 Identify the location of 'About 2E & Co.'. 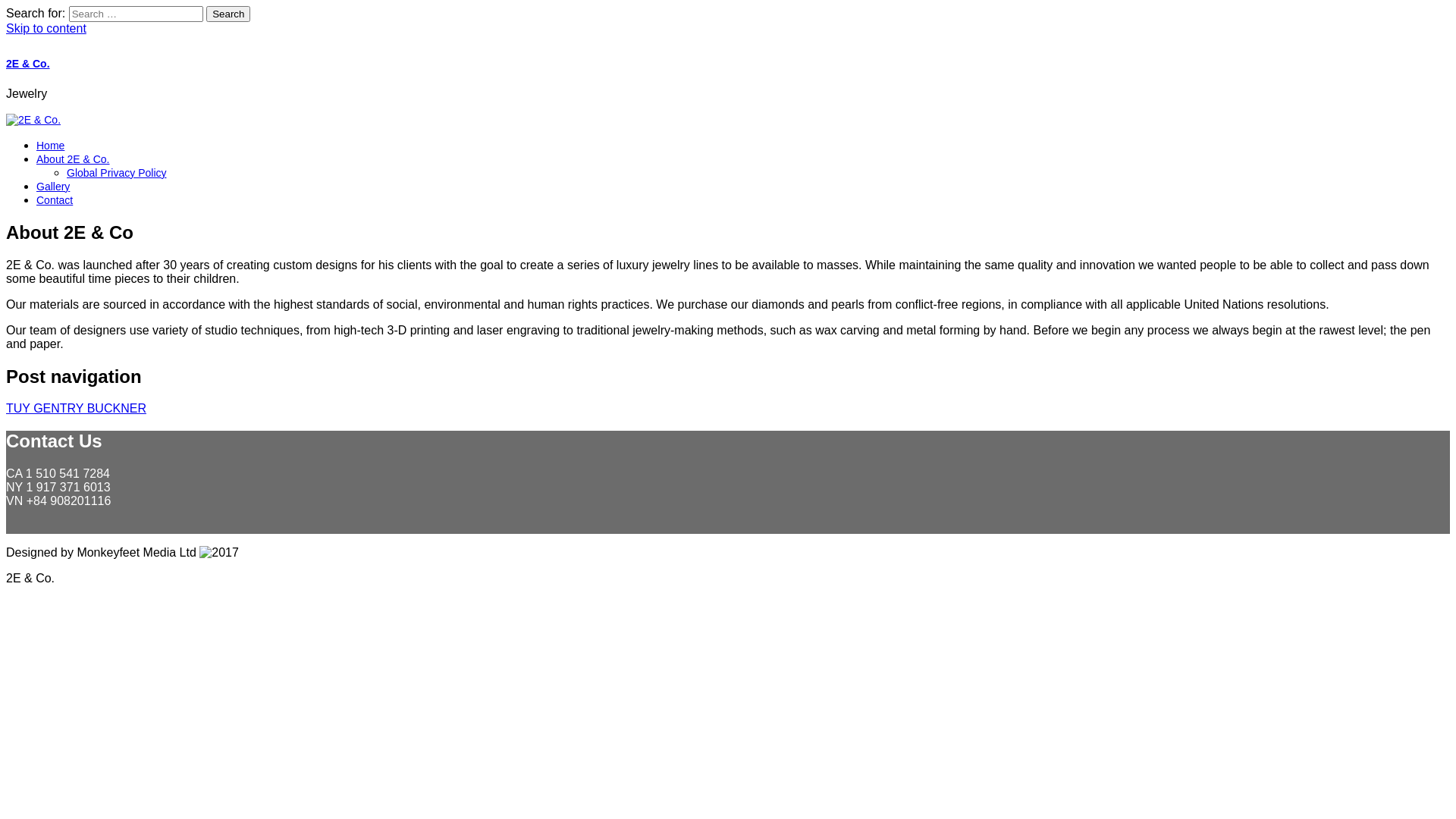
(72, 158).